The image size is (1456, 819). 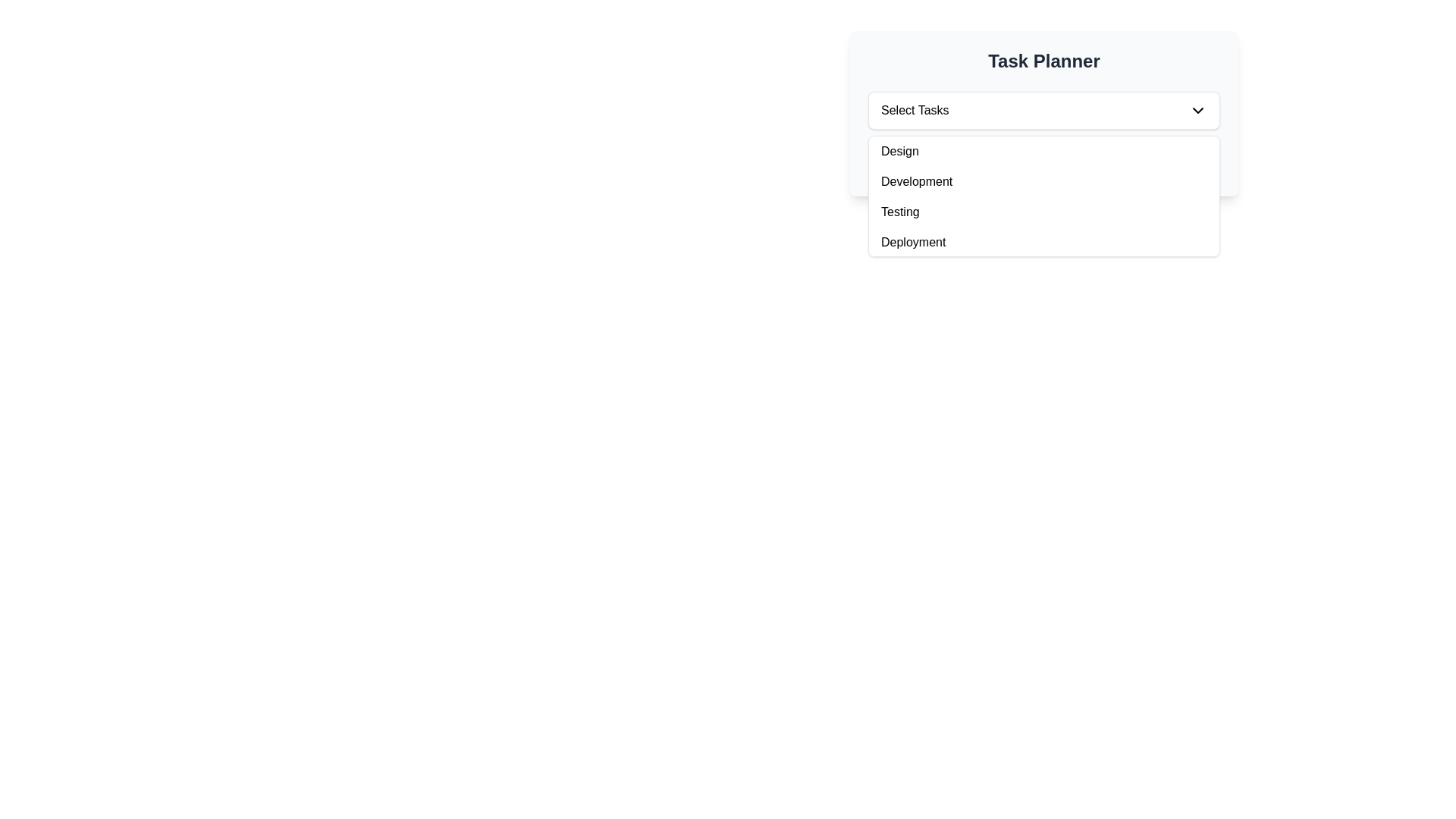 I want to click on the interactive dropdown menu located in the 'Task Planner' section below the title 'Task Planner', so click(x=1043, y=110).